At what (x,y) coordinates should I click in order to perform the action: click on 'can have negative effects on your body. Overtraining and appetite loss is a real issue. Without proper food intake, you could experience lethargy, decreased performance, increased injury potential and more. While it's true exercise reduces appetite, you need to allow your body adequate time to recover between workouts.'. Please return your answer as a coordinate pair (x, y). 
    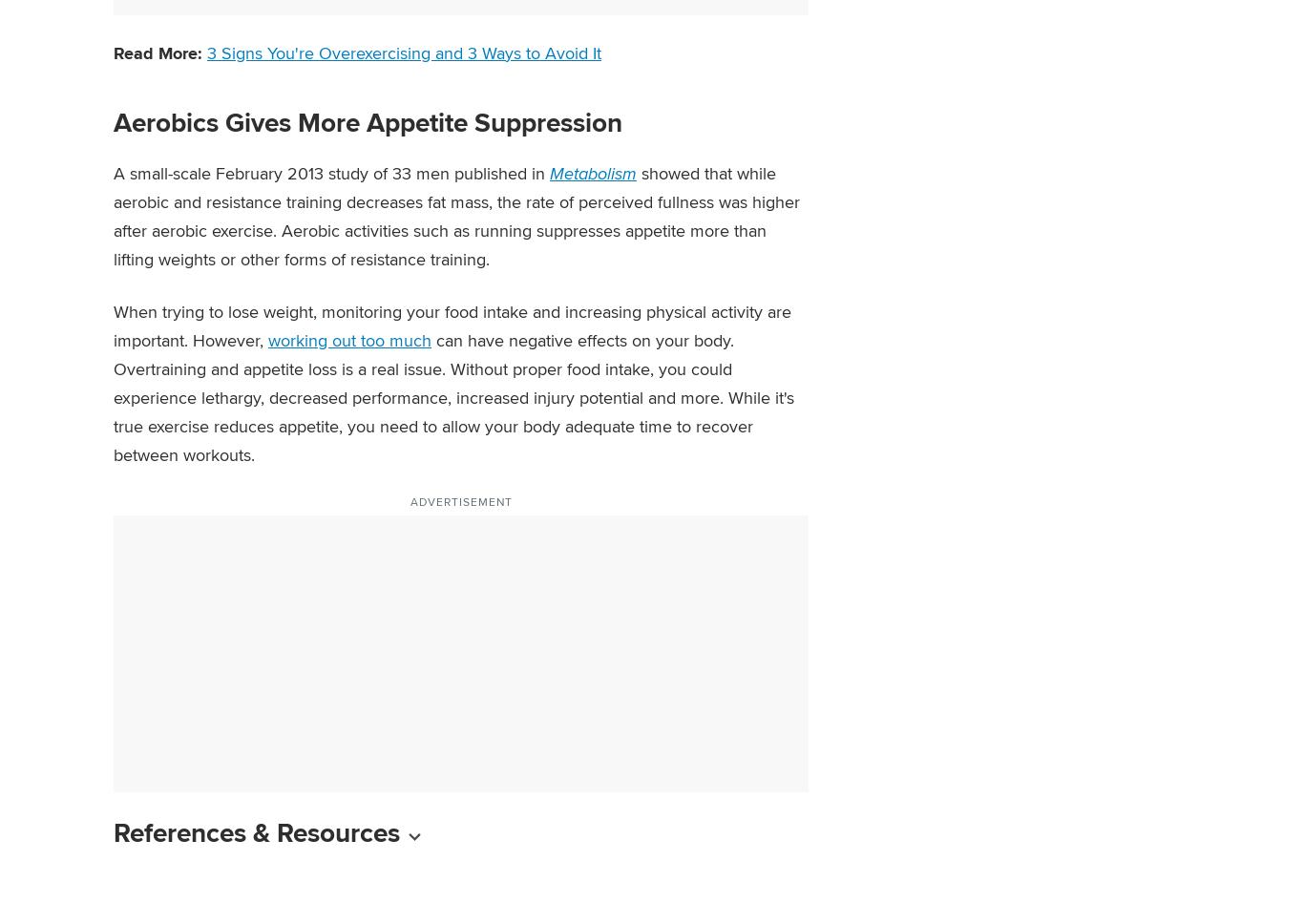
    Looking at the image, I should click on (453, 396).